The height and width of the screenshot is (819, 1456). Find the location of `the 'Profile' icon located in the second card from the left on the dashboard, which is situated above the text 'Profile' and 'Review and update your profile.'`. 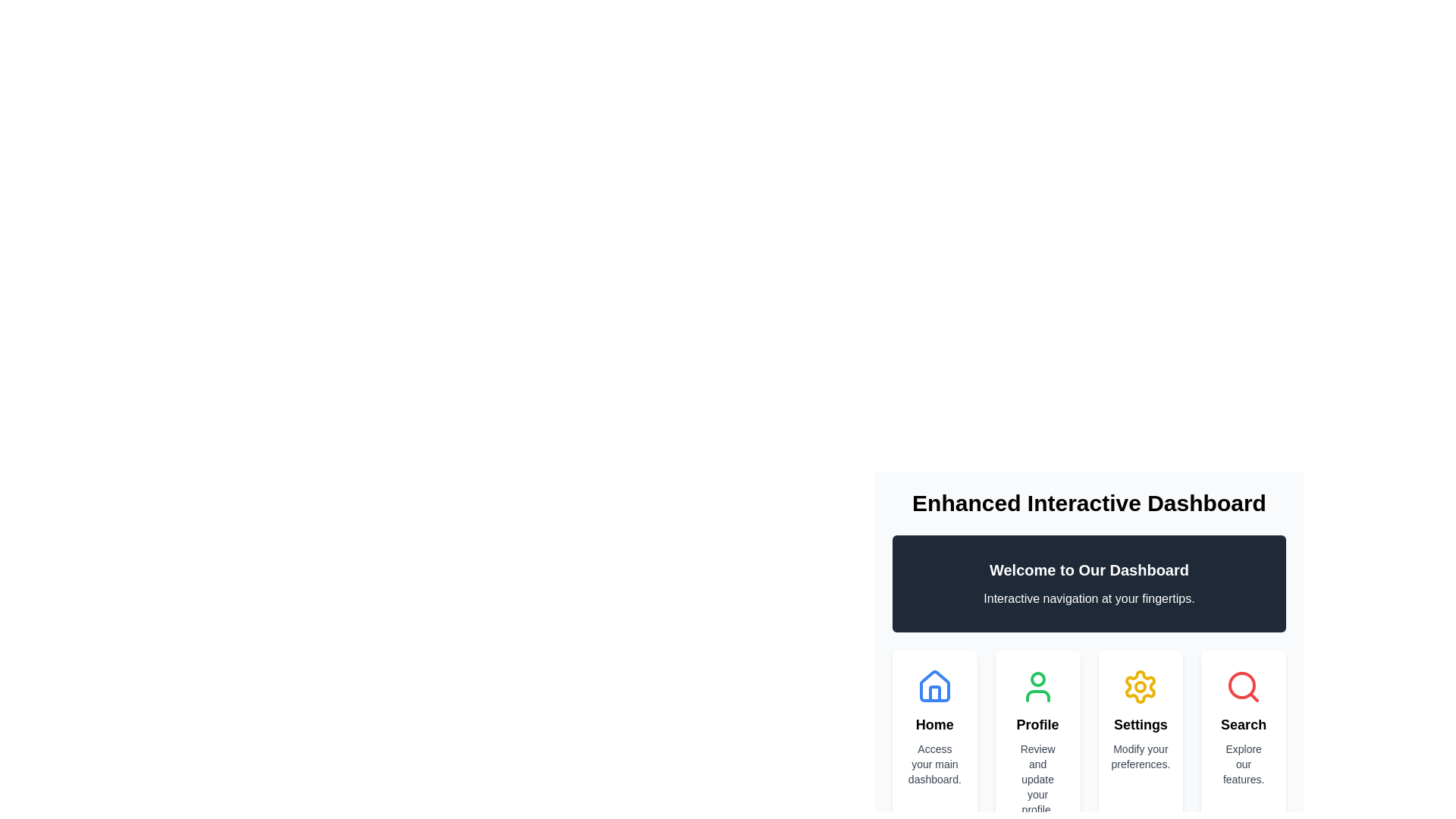

the 'Profile' icon located in the second card from the left on the dashboard, which is situated above the text 'Profile' and 'Review and update your profile.' is located at coordinates (1037, 687).